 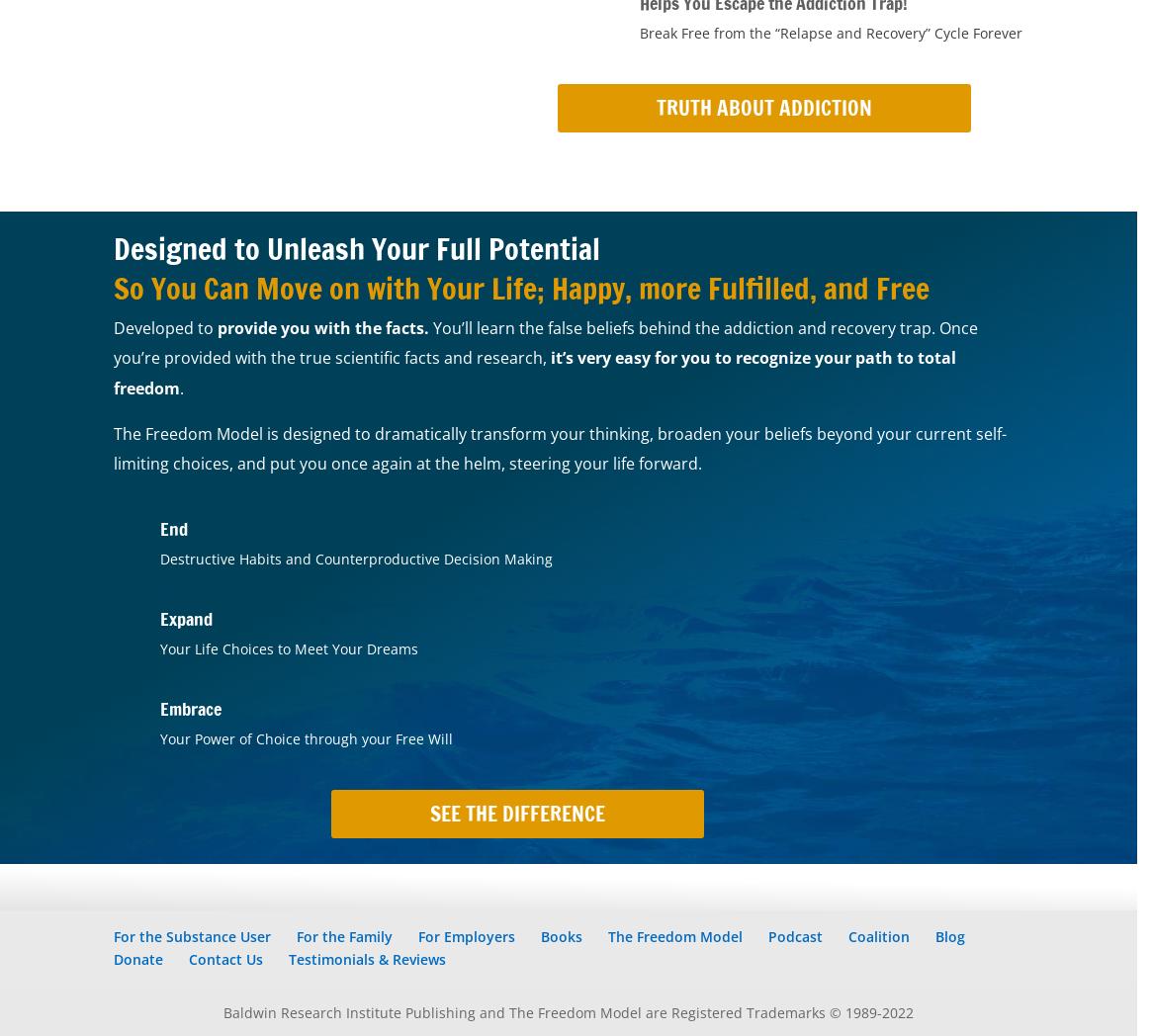 What do you see at coordinates (877, 935) in the screenshot?
I see `'Coalition'` at bounding box center [877, 935].